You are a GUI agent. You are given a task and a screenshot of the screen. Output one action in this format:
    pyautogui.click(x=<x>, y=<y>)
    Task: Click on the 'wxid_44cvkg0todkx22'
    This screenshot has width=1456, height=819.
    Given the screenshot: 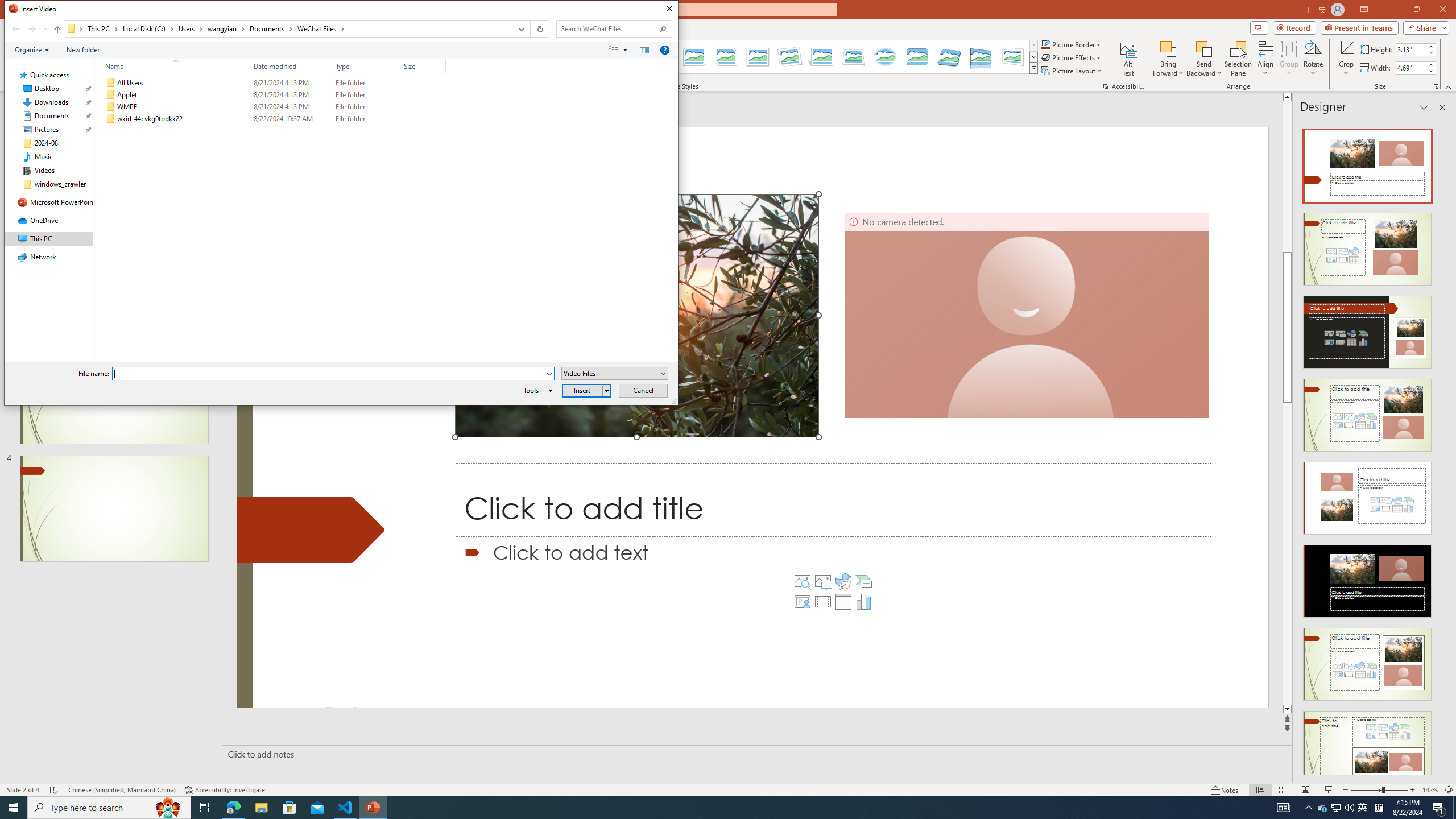 What is the action you would take?
    pyautogui.click(x=274, y=118)
    